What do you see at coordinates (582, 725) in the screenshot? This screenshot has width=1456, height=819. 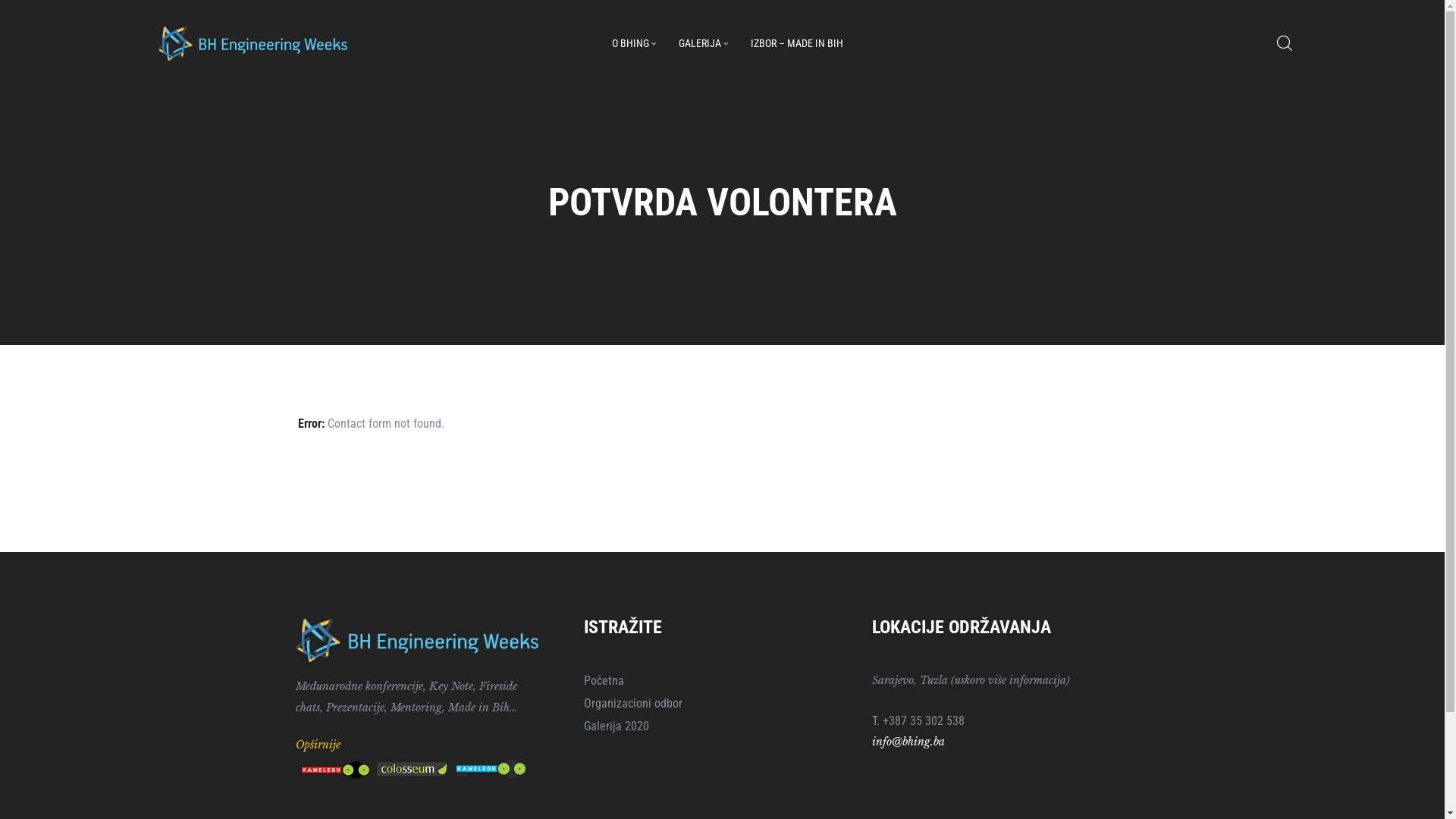 I see `'Galerija 2020'` at bounding box center [582, 725].